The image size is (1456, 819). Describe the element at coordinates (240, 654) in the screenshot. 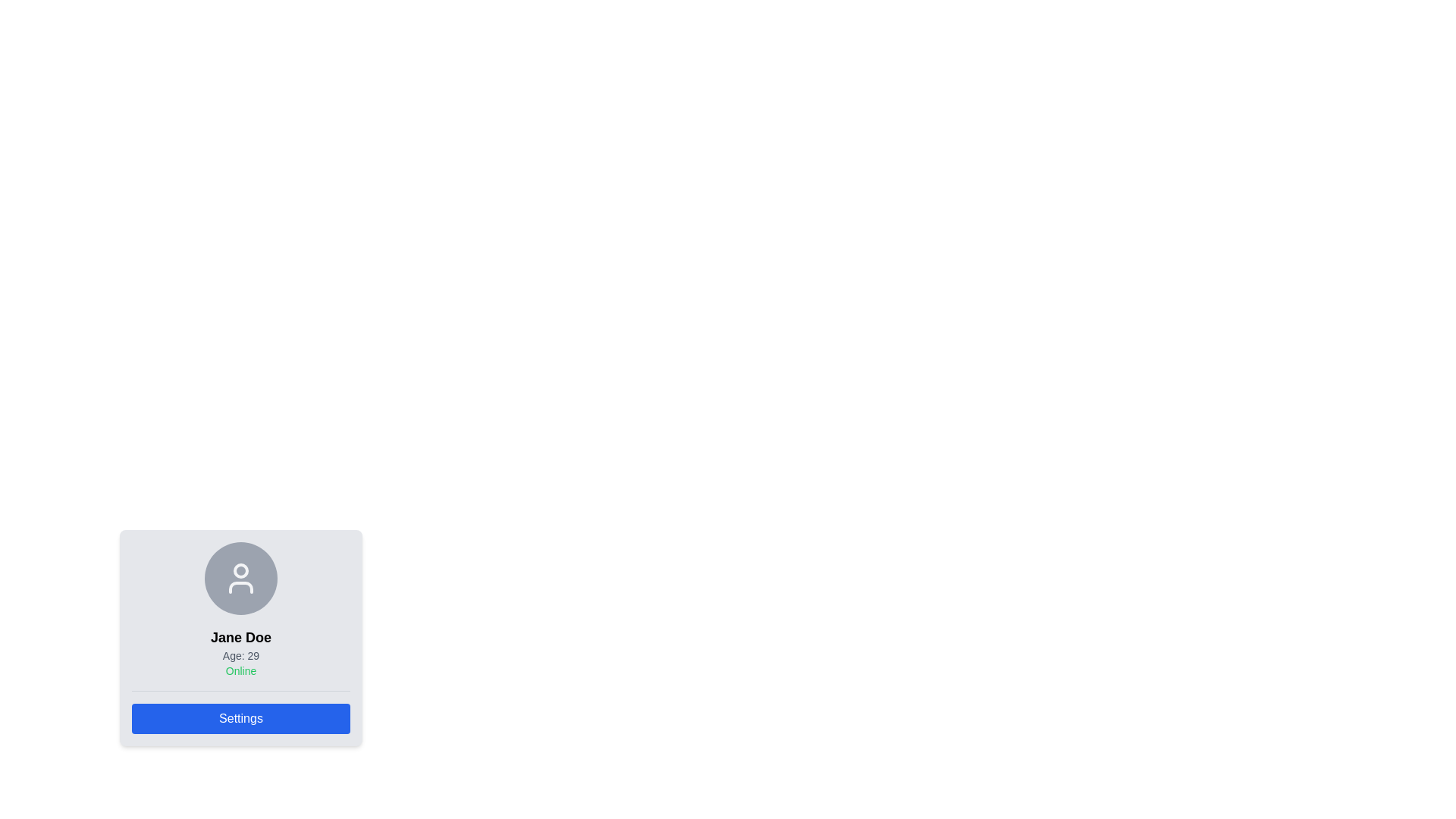

I see `the Text label that displays the user's age, which is located between the title 'Jane Doe' and the label 'Online'` at that location.